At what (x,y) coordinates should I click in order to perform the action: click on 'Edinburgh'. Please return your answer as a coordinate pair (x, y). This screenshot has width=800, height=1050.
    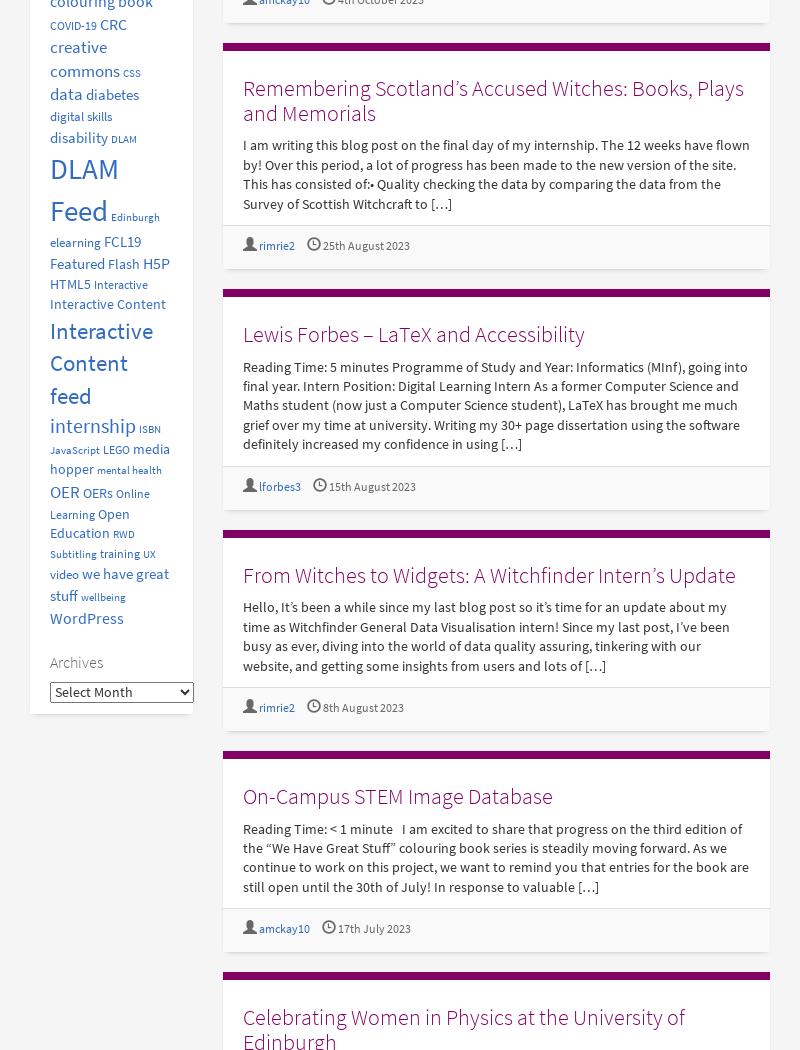
    Looking at the image, I should click on (135, 216).